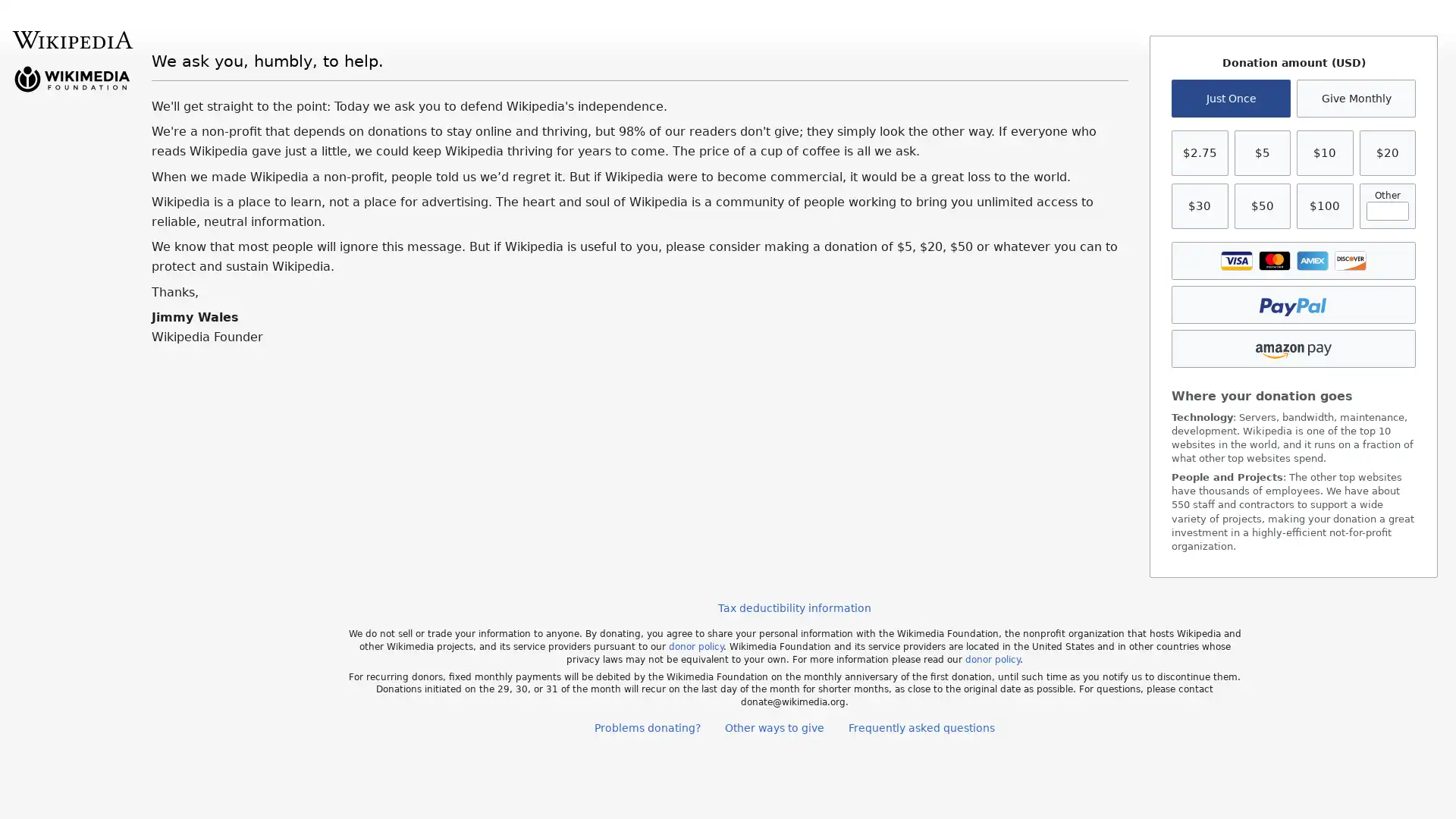 This screenshot has height=819, width=1456. What do you see at coordinates (1292, 304) in the screenshot?
I see `PayPal` at bounding box center [1292, 304].